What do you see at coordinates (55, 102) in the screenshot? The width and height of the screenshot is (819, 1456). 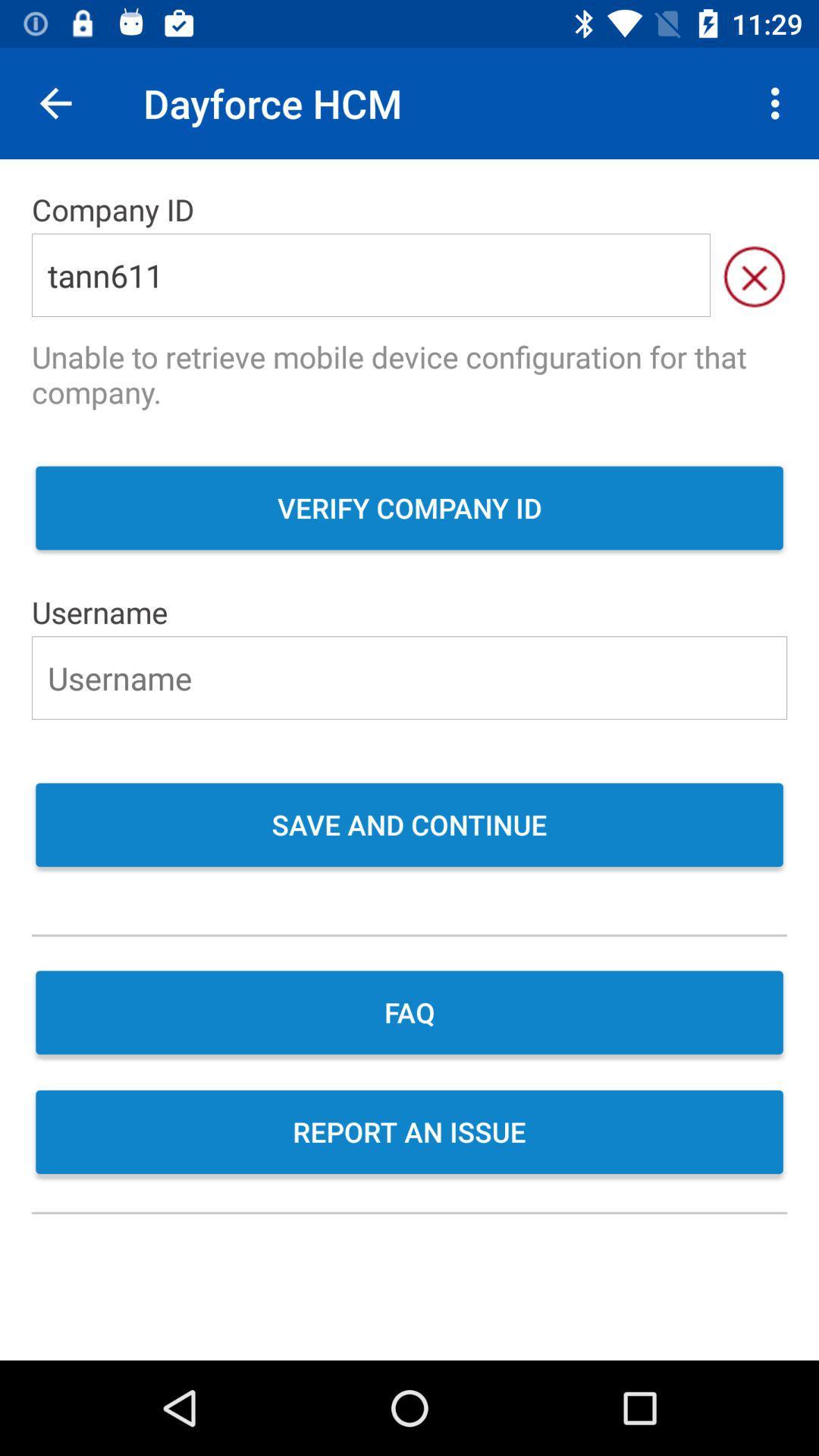 I see `item to the left of the dayforce hcm item` at bounding box center [55, 102].